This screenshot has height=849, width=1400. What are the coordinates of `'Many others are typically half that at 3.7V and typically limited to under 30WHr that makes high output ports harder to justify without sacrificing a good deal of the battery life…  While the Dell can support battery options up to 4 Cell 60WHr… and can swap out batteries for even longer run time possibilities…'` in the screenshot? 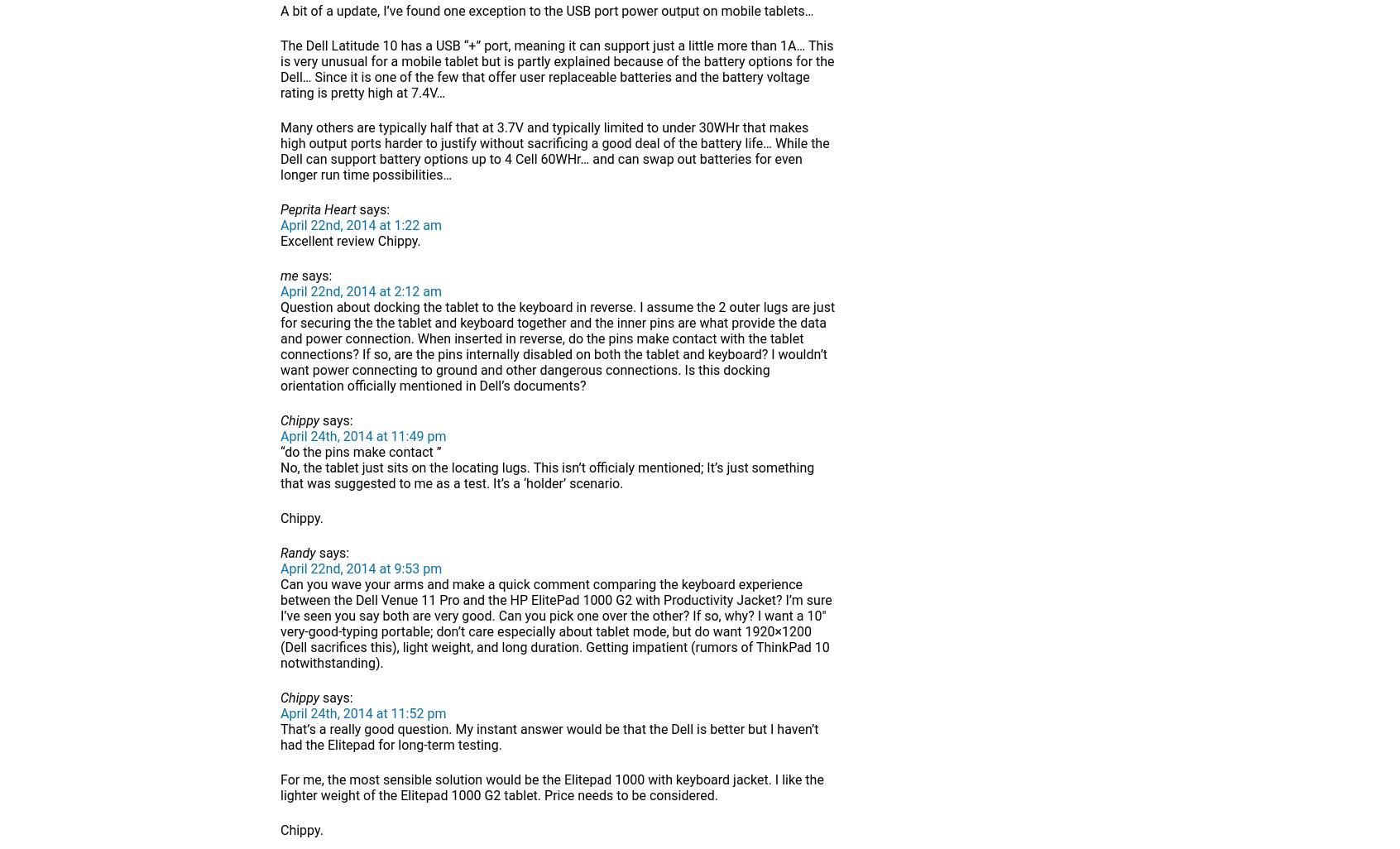 It's located at (554, 151).